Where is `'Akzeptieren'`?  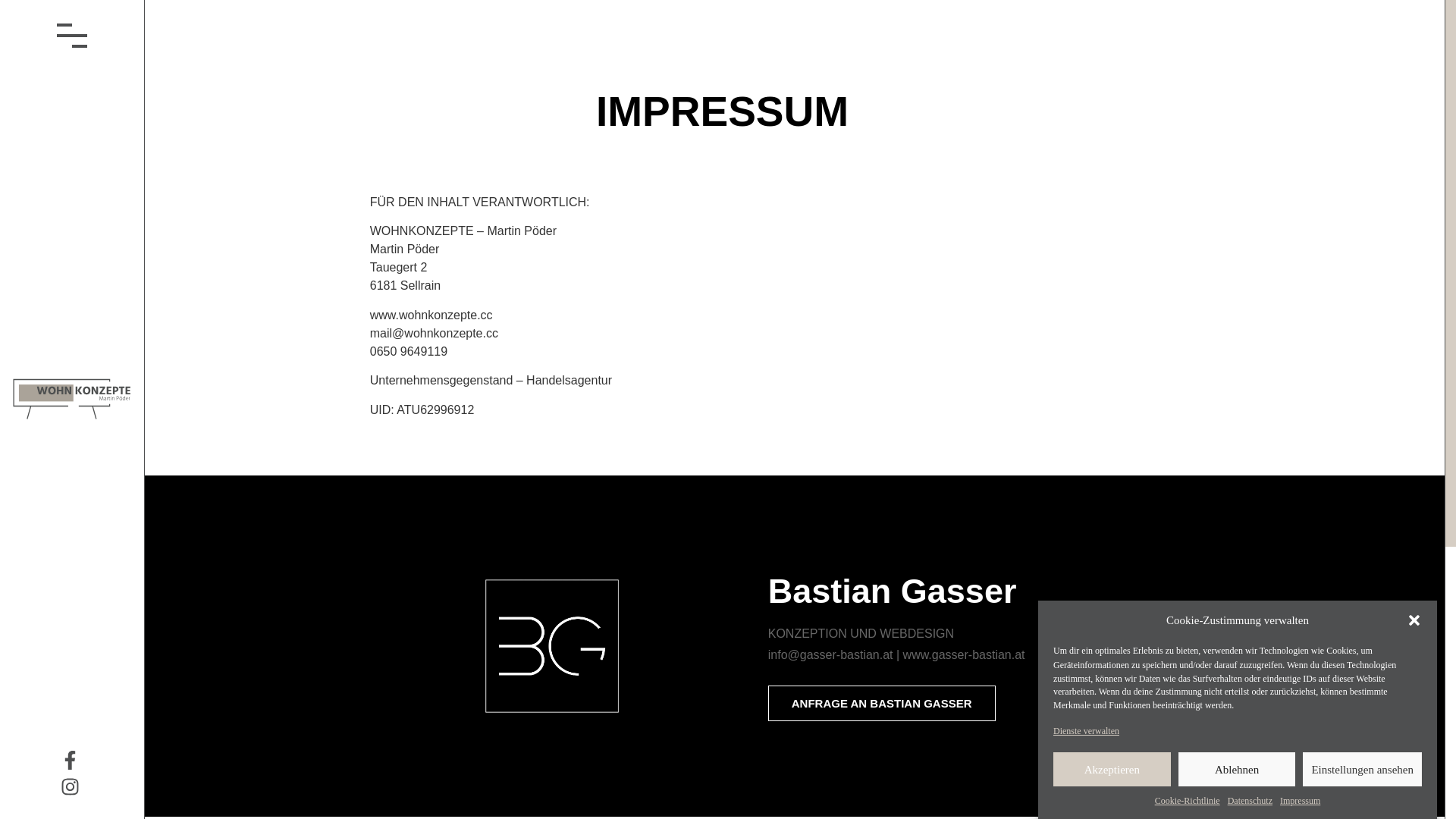
'Akzeptieren' is located at coordinates (1112, 769).